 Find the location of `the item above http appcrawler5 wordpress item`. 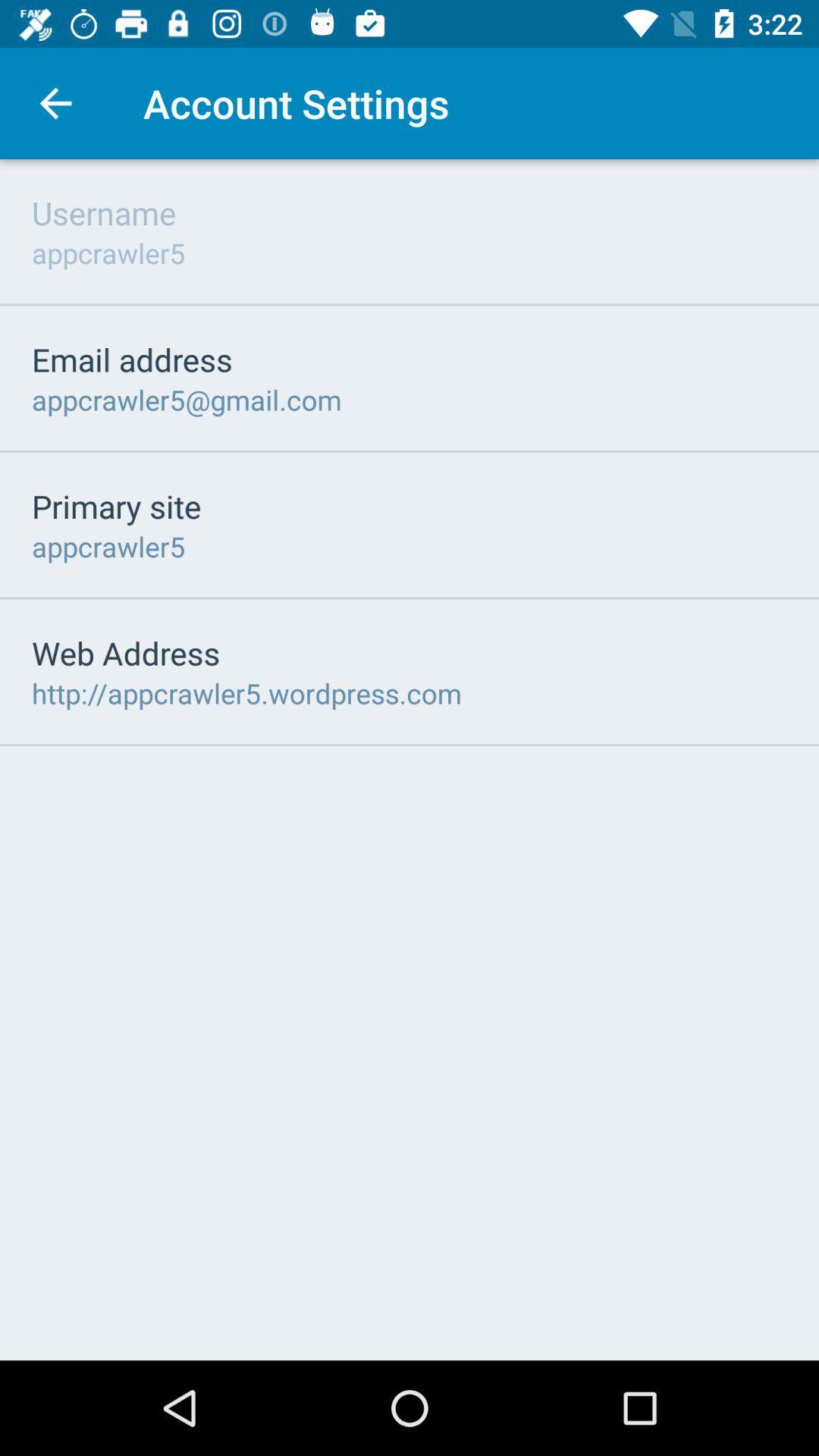

the item above http appcrawler5 wordpress item is located at coordinates (125, 652).